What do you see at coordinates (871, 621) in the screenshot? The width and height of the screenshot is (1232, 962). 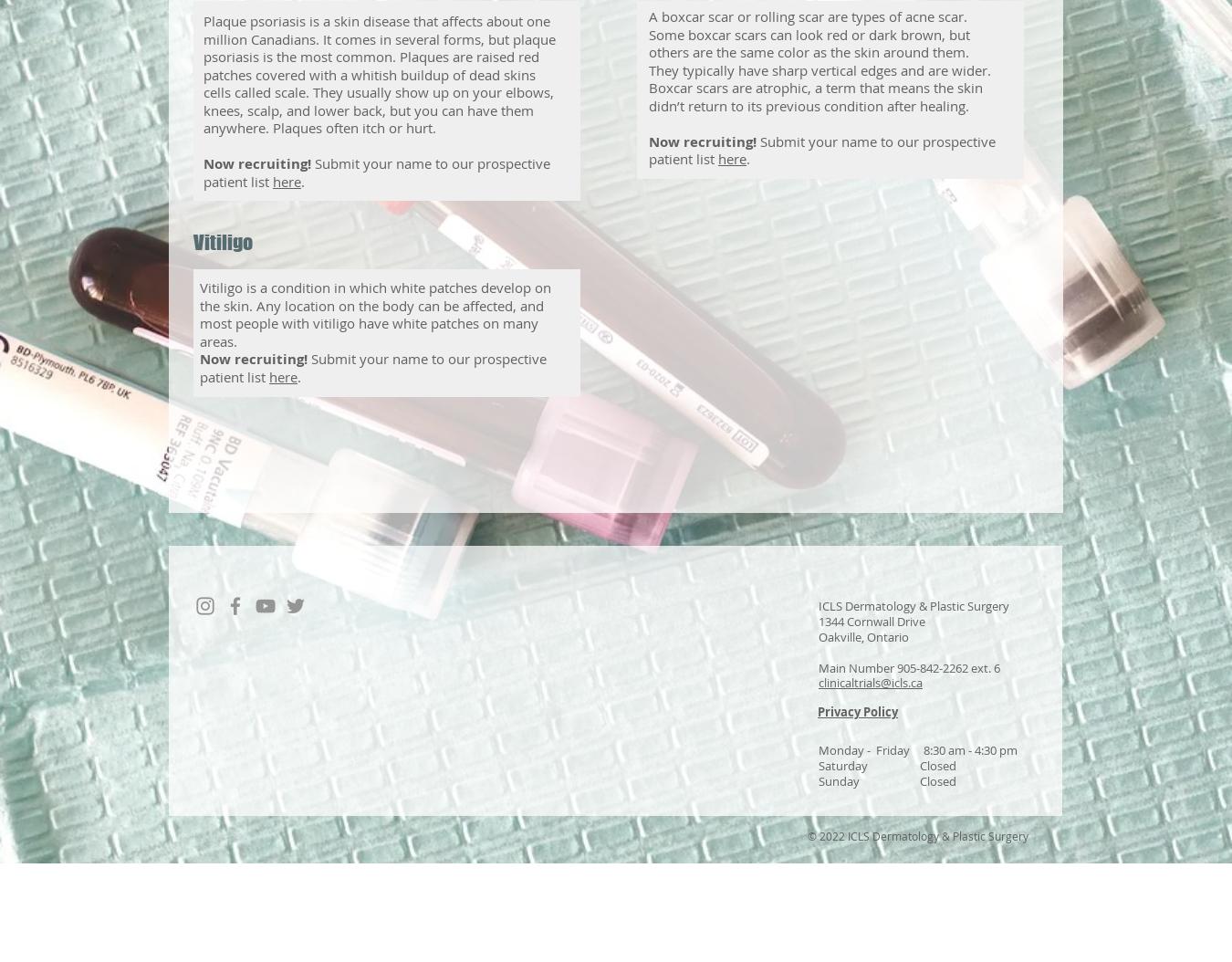 I see `'1344 Cornwall Drive'` at bounding box center [871, 621].